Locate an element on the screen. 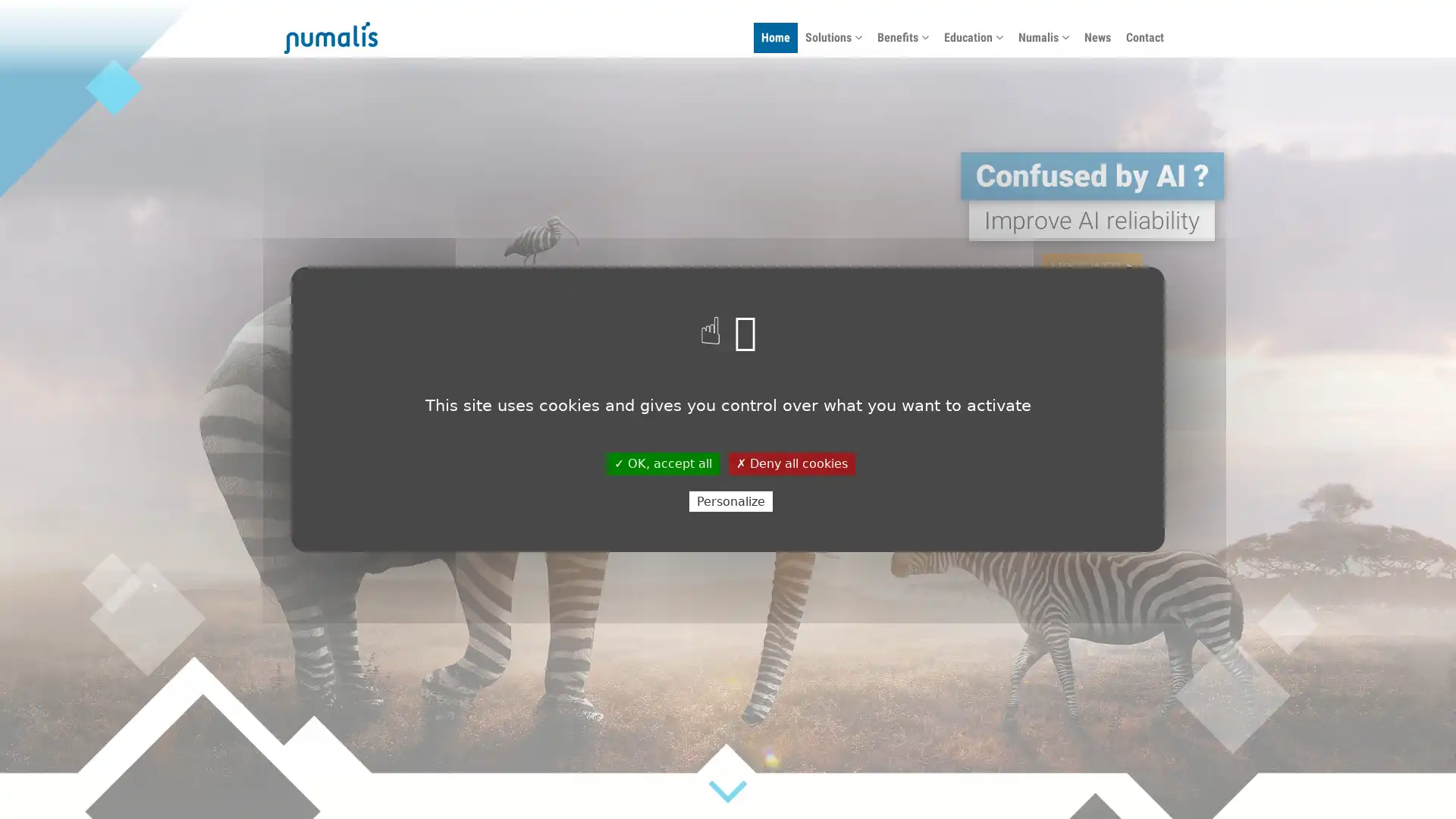  Personalize is located at coordinates (730, 500).